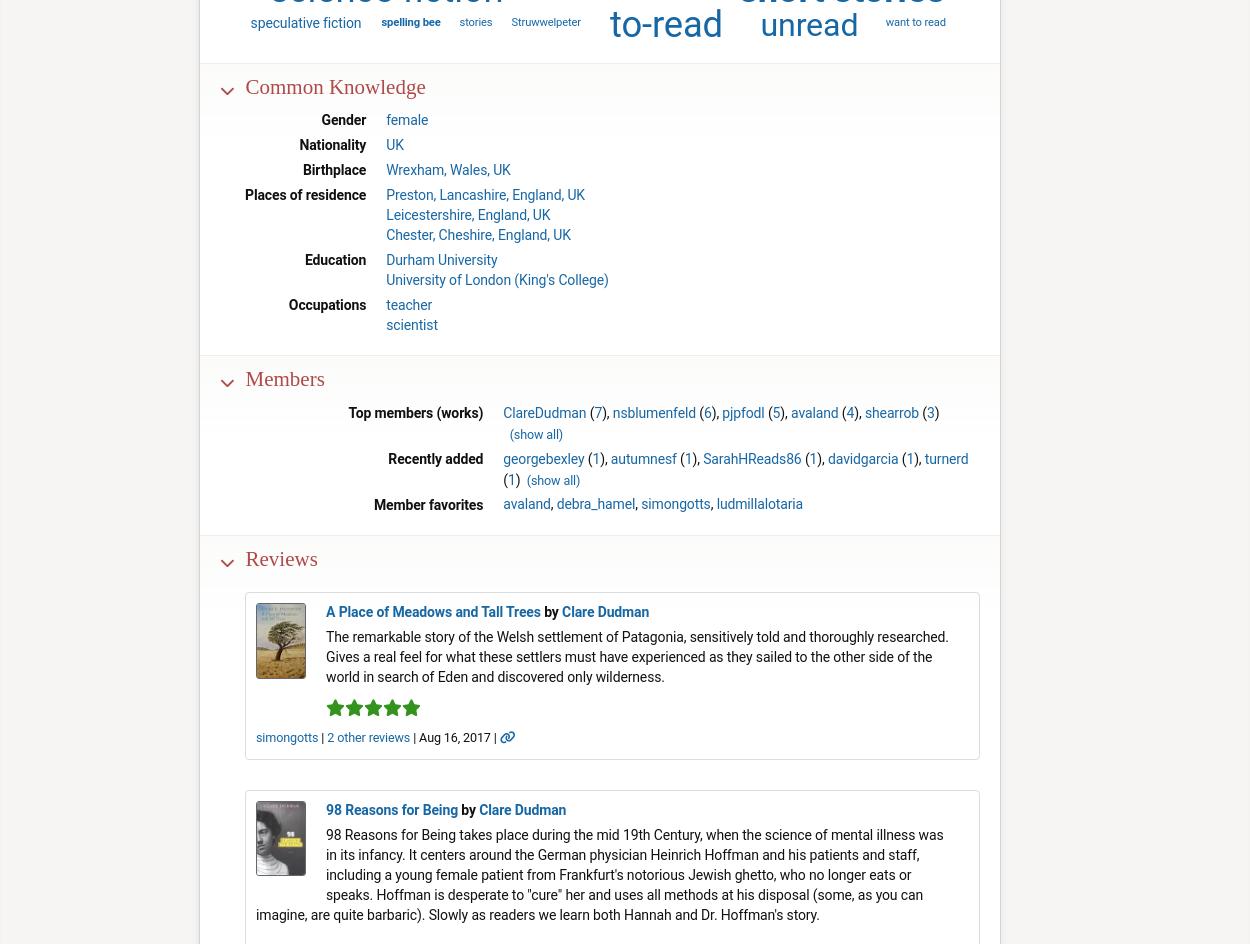 This screenshot has width=1250, height=944. I want to click on 'Member favorites', so click(428, 505).